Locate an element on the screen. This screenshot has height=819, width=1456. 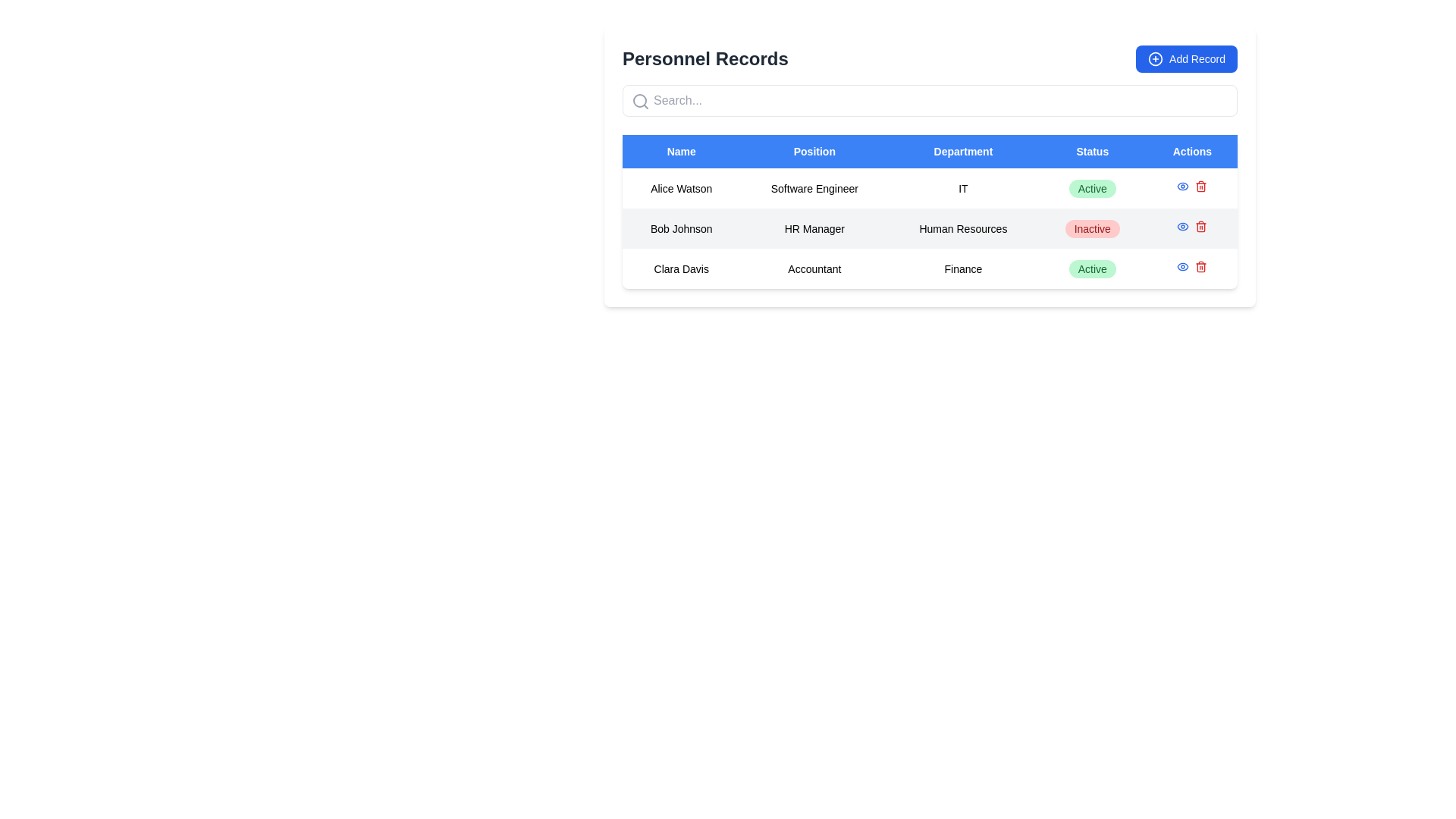
the 'Software Engineer' text label, which is displayed in bold and centered style in the second column of the first row under the 'Position' header in a table is located at coordinates (814, 187).